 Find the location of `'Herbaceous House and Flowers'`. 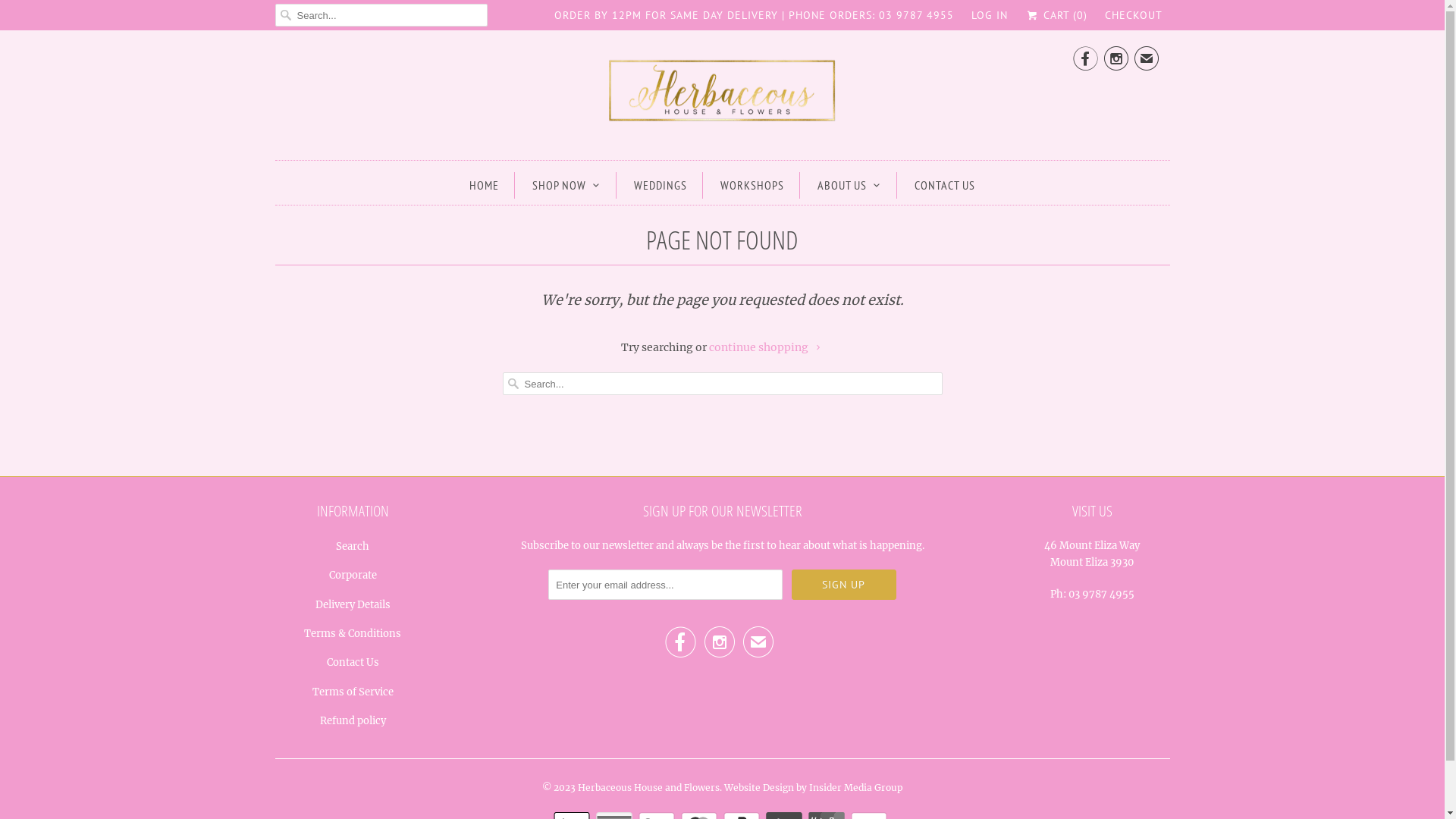

'Herbaceous House and Flowers' is located at coordinates (720, 93).